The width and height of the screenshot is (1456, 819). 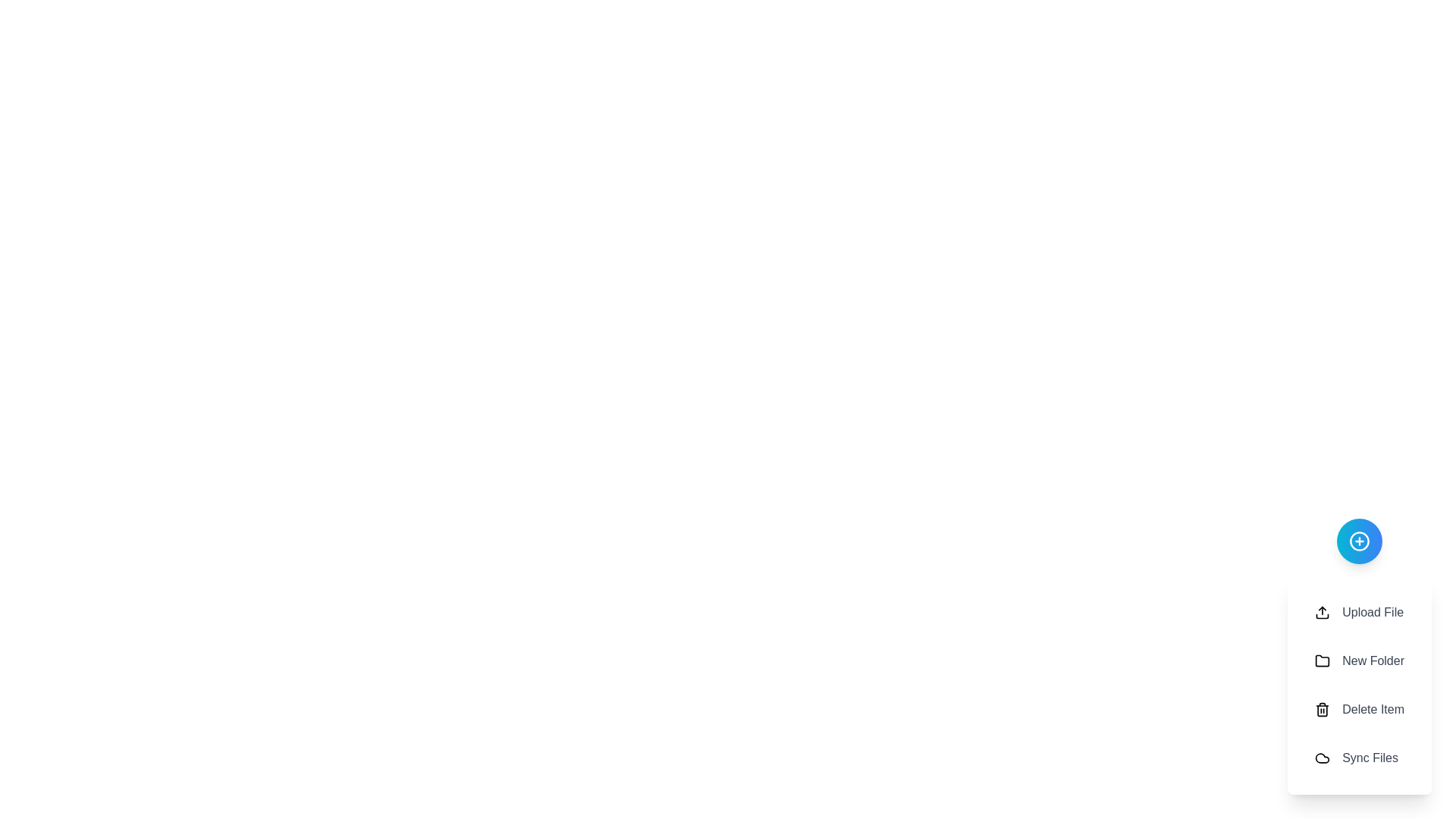 What do you see at coordinates (1360, 710) in the screenshot?
I see `the 'Delete Item' button` at bounding box center [1360, 710].